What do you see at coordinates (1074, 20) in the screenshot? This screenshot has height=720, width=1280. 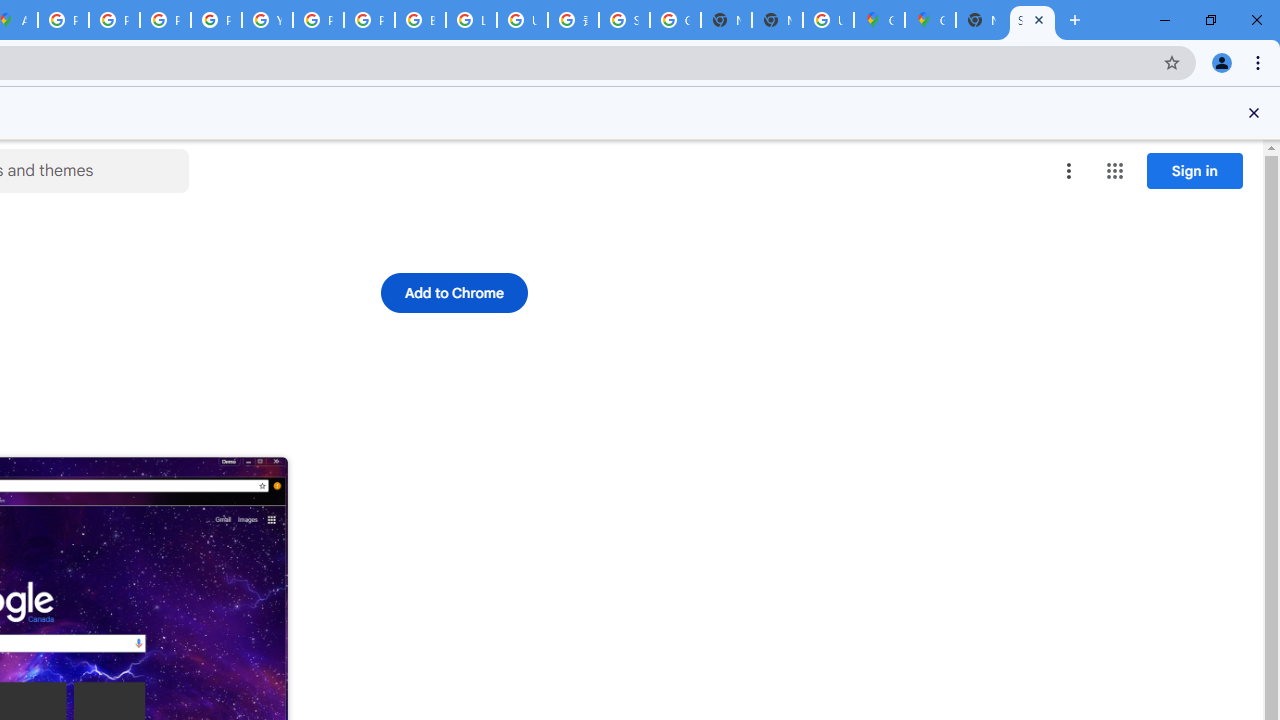 I see `'New Tab'` at bounding box center [1074, 20].